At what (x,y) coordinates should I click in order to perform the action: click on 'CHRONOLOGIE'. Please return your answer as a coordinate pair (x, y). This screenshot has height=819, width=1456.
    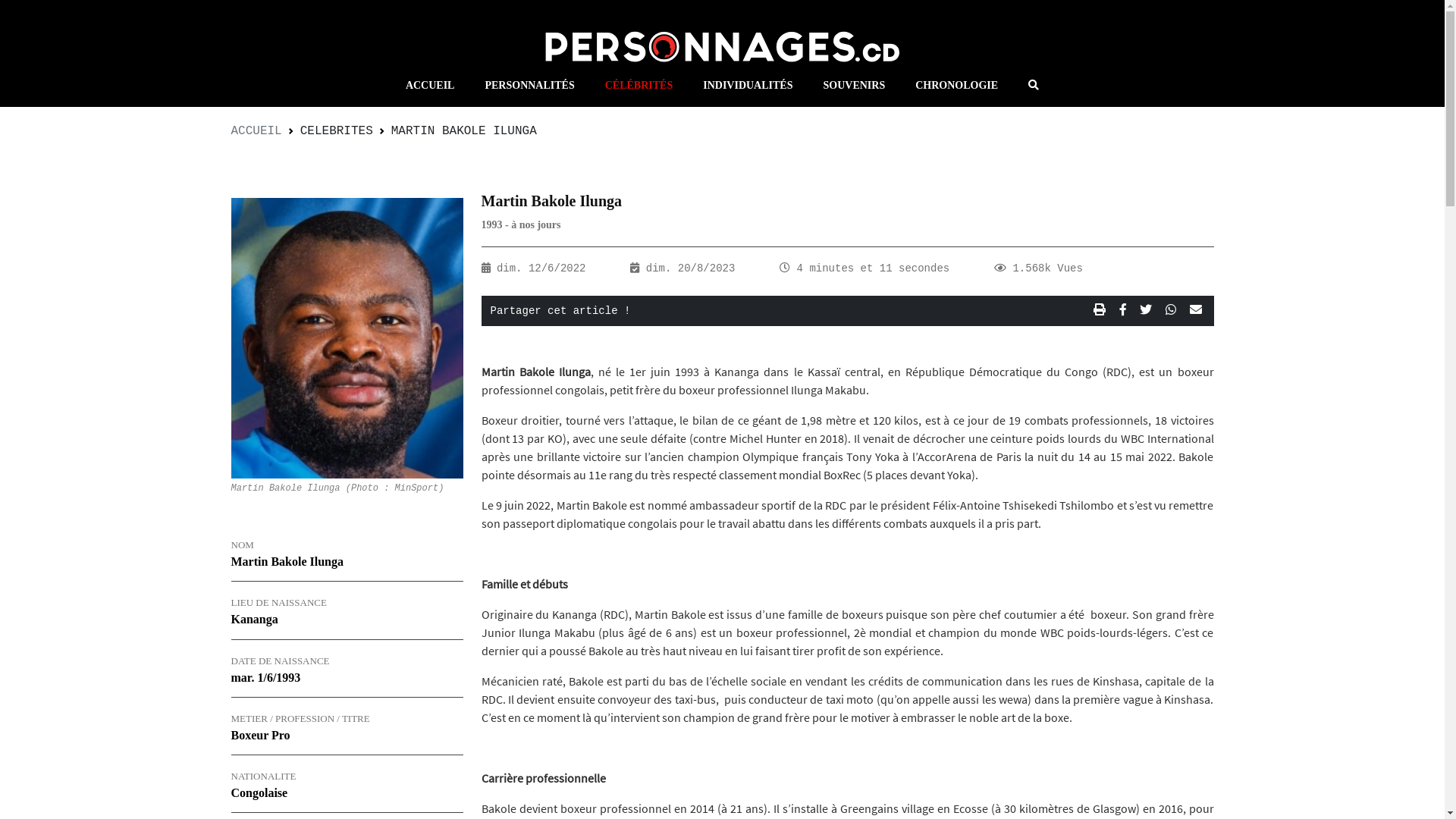
    Looking at the image, I should click on (955, 85).